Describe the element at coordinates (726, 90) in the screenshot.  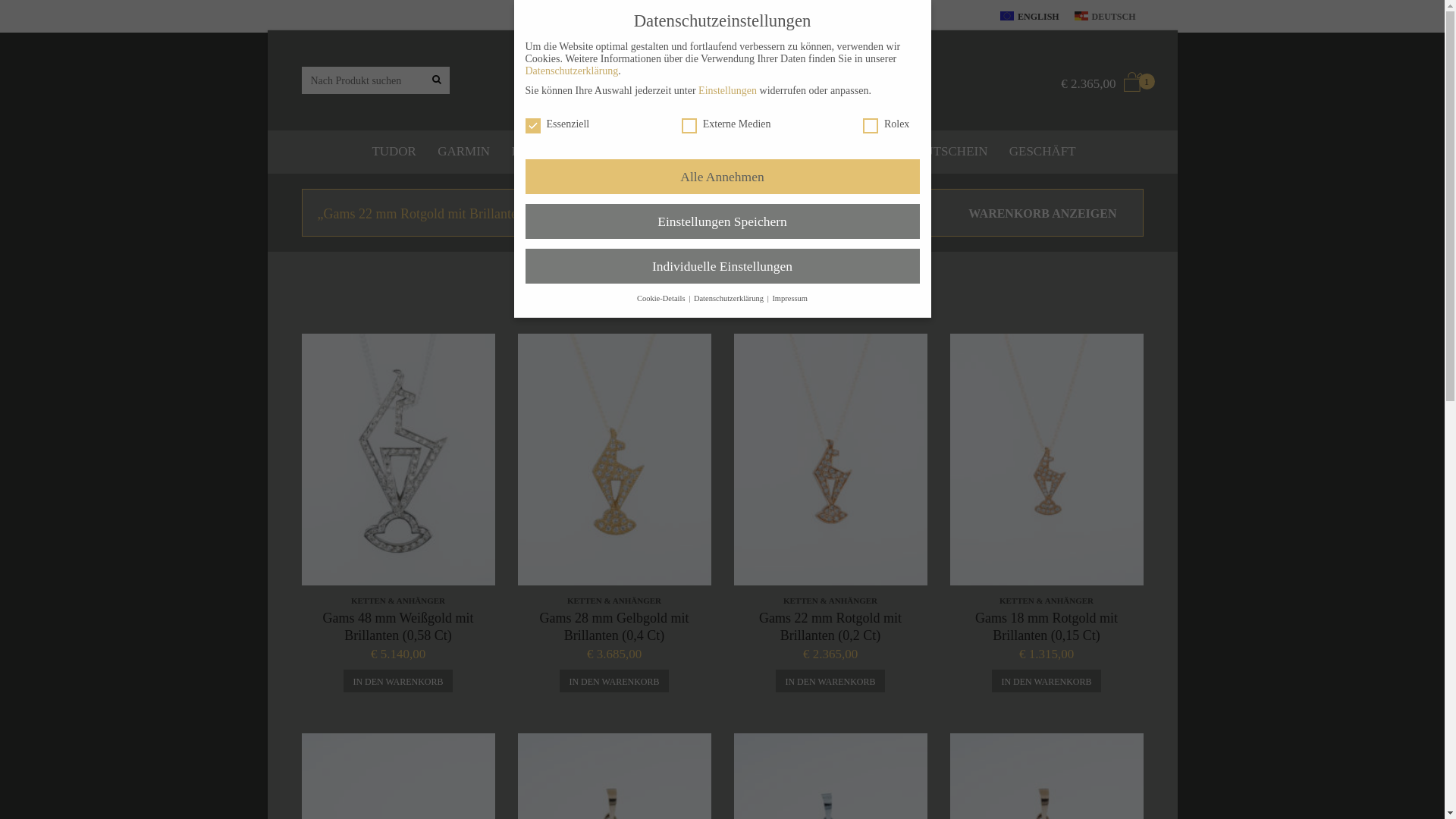
I see `'Einstellungen'` at that location.